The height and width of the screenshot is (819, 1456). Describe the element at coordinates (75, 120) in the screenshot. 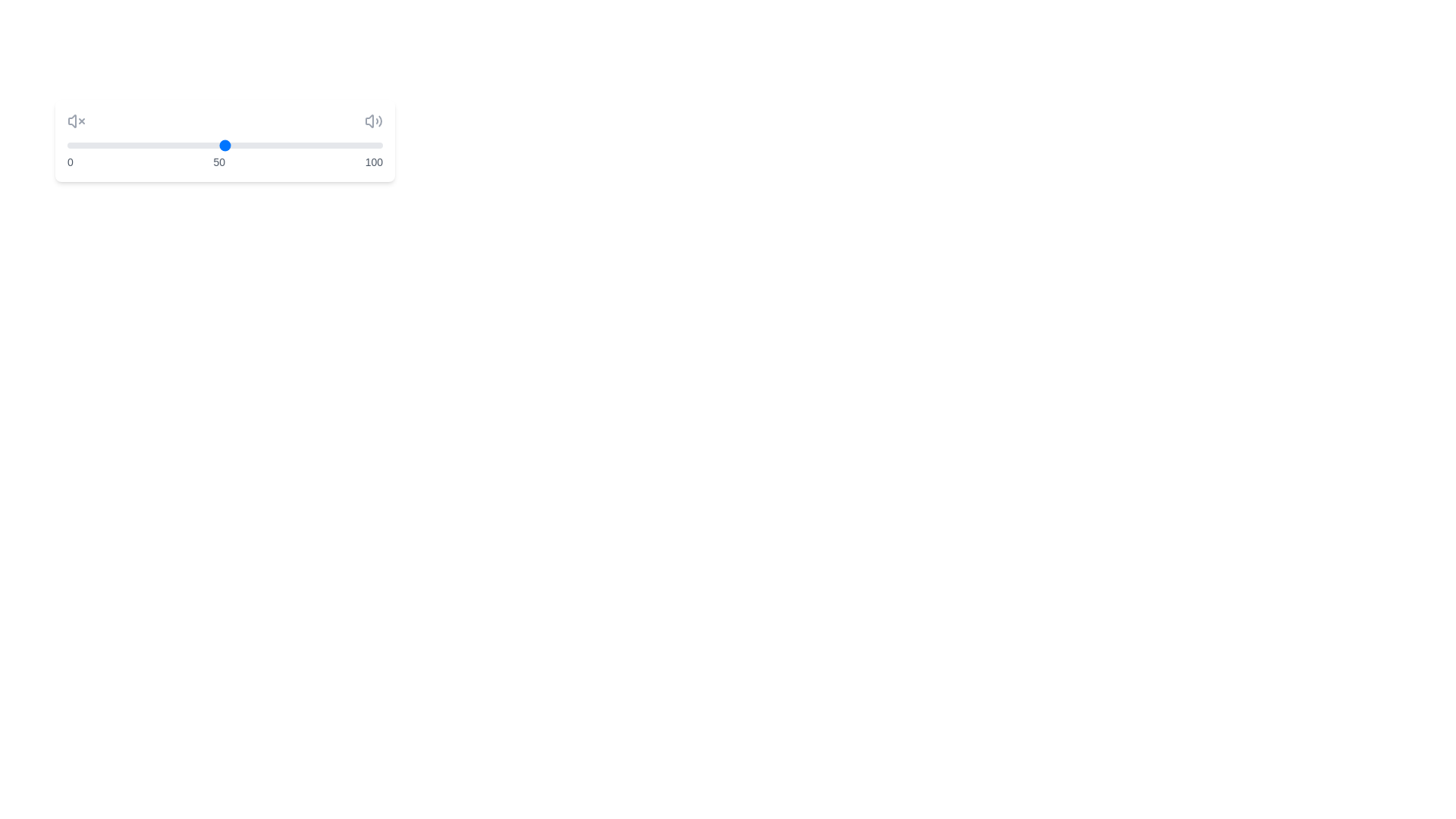

I see `the volume icon on the left` at that location.